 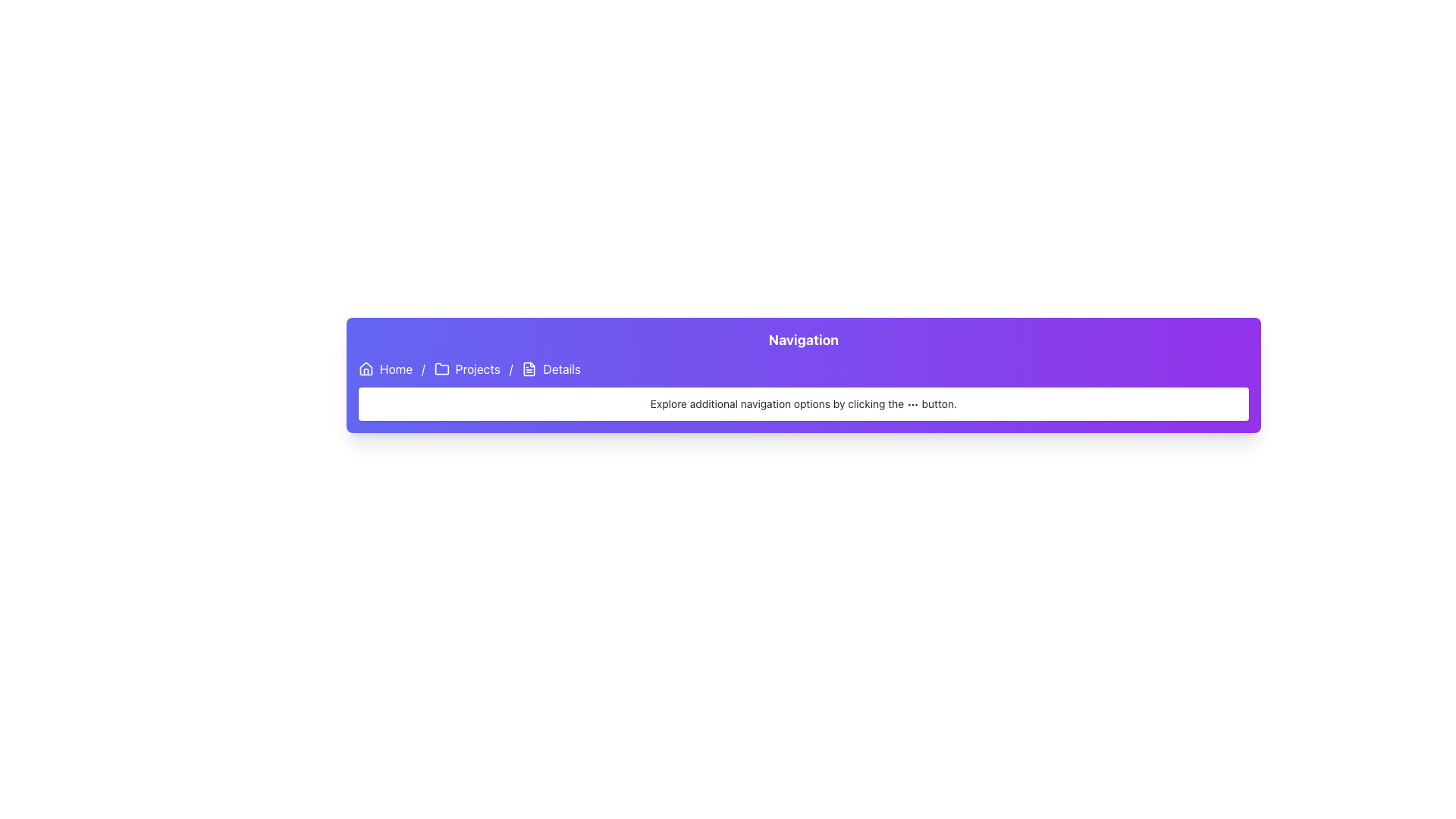 What do you see at coordinates (385, 369) in the screenshot?
I see `the Breadcrumb link at the start of the navigation sequence, labeled 'Home'` at bounding box center [385, 369].